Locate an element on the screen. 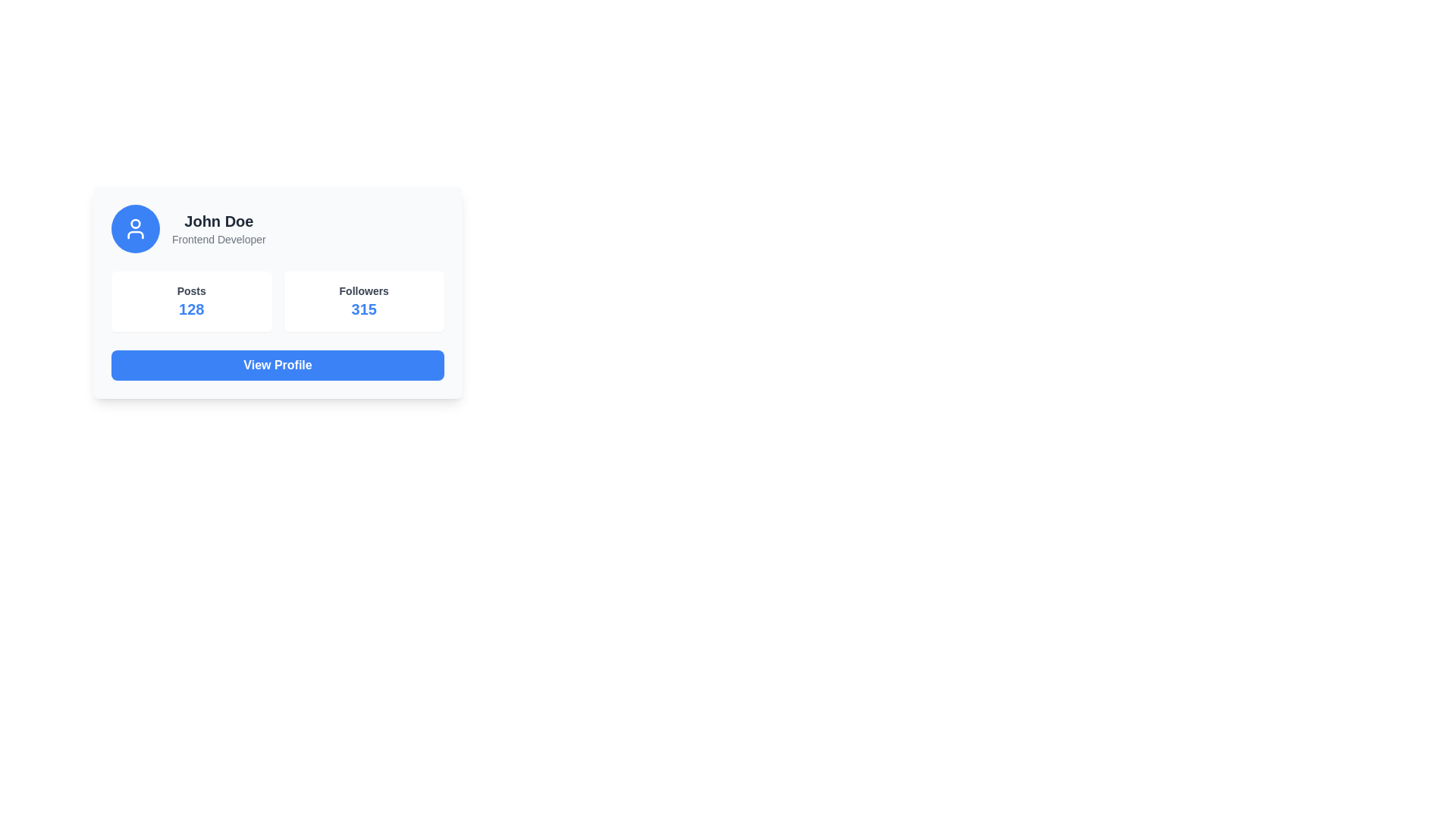  the informational card displaying the follower count, located in the bottom-right section of the grid, next to the 'Posts 128' item is located at coordinates (364, 301).